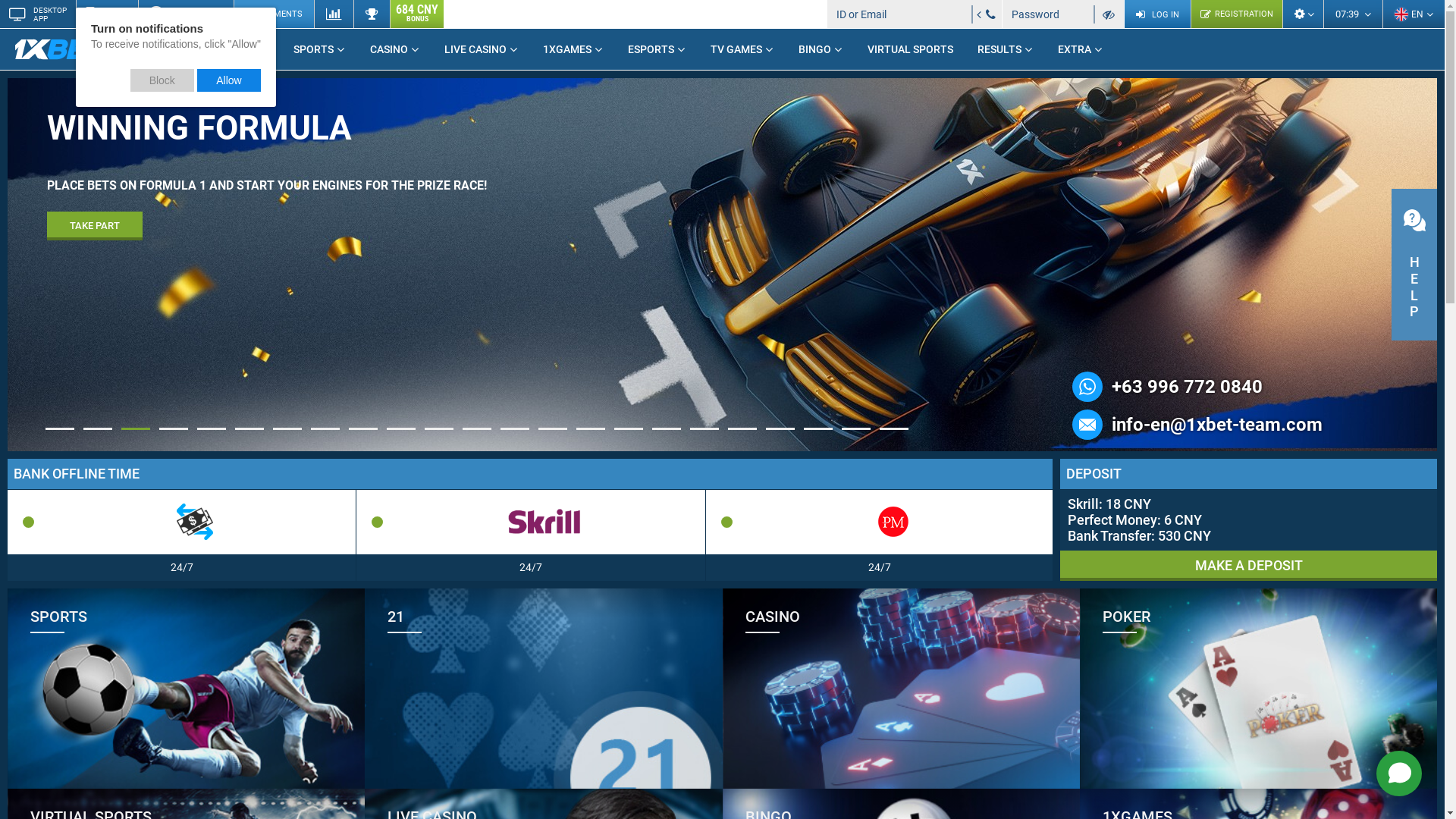  Describe the element at coordinates (1109, 14) in the screenshot. I see `'Show password'` at that location.